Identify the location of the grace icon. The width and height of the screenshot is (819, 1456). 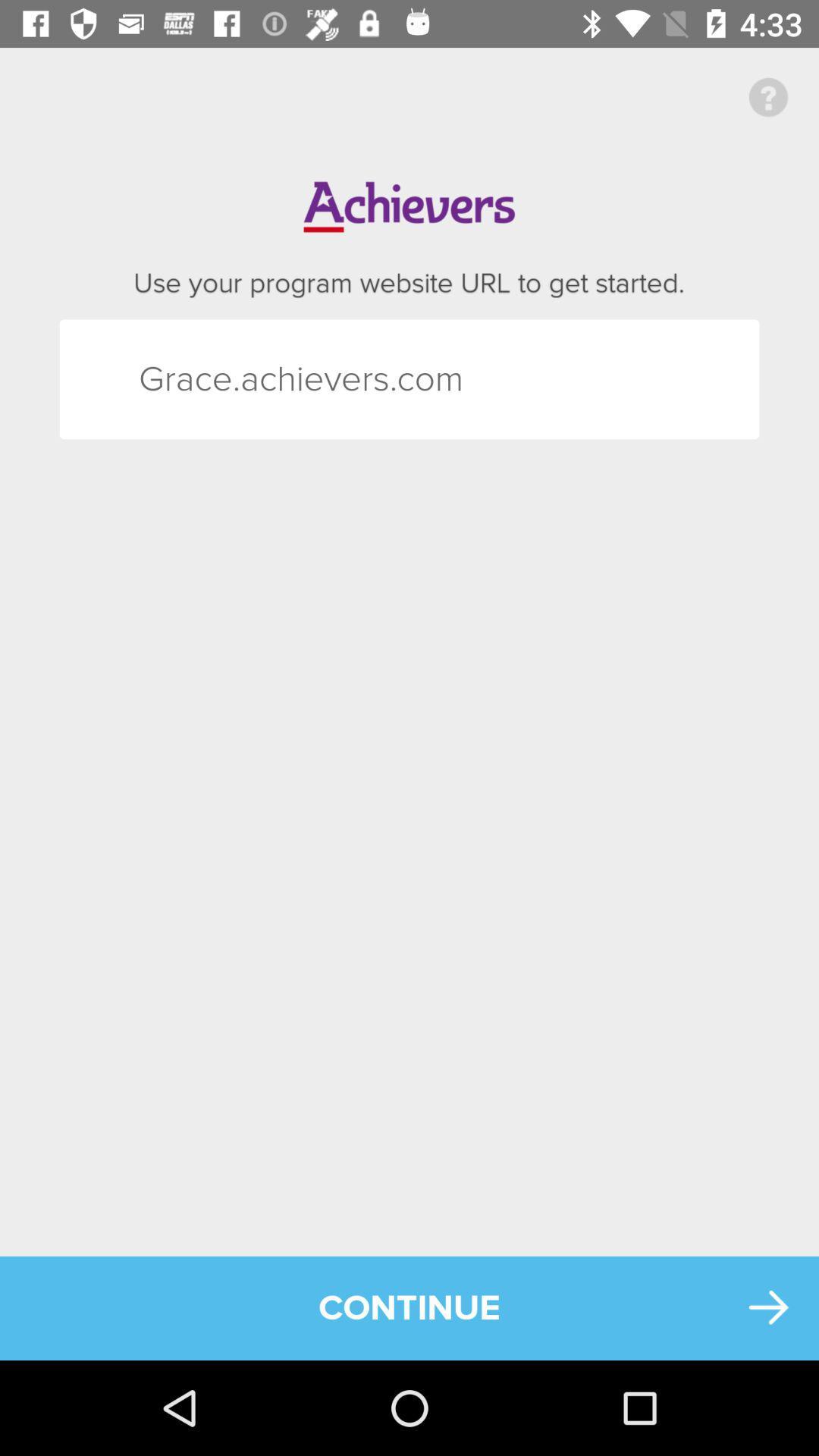
(166, 379).